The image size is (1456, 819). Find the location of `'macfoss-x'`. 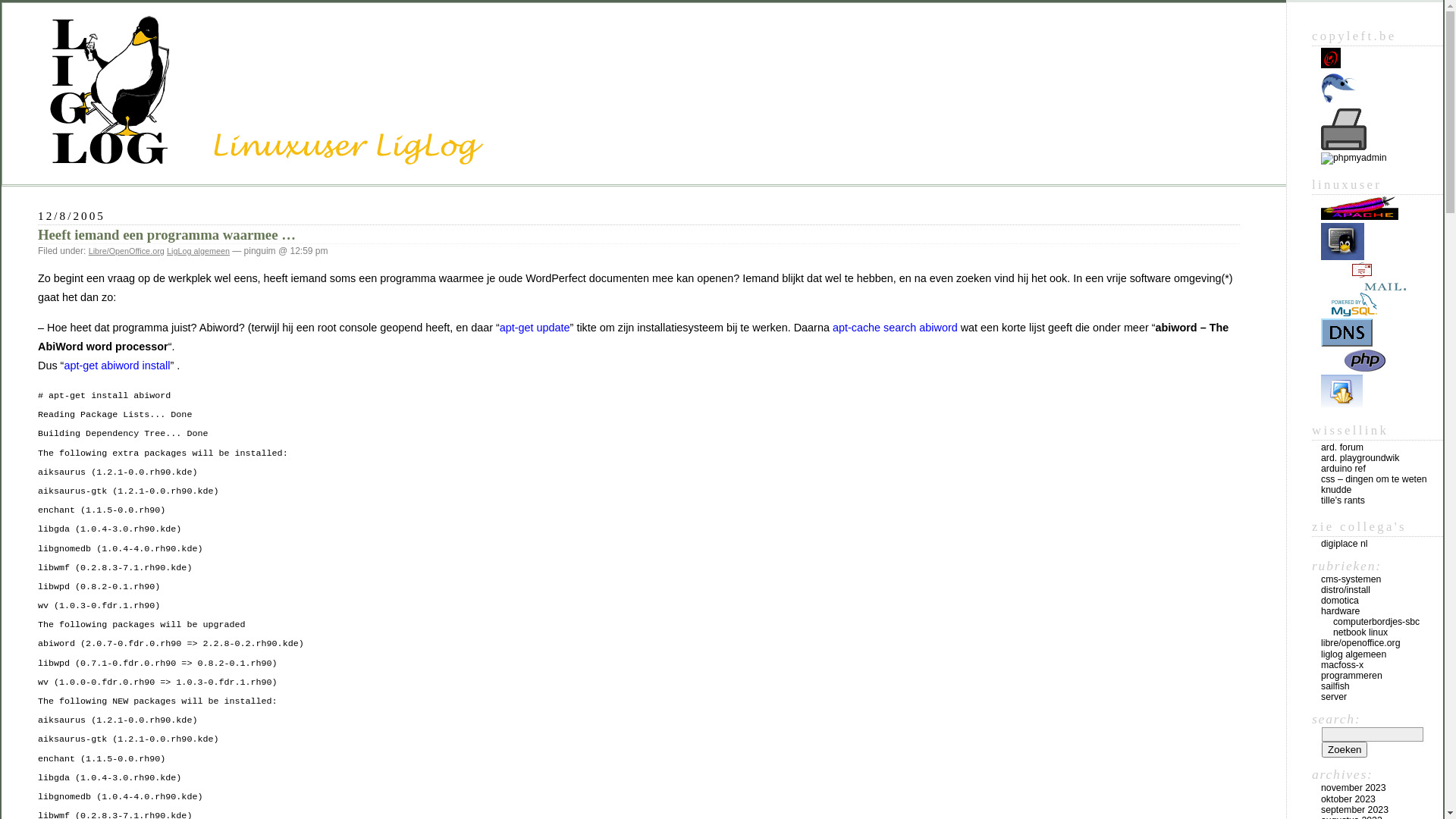

'macfoss-x' is located at coordinates (1342, 664).